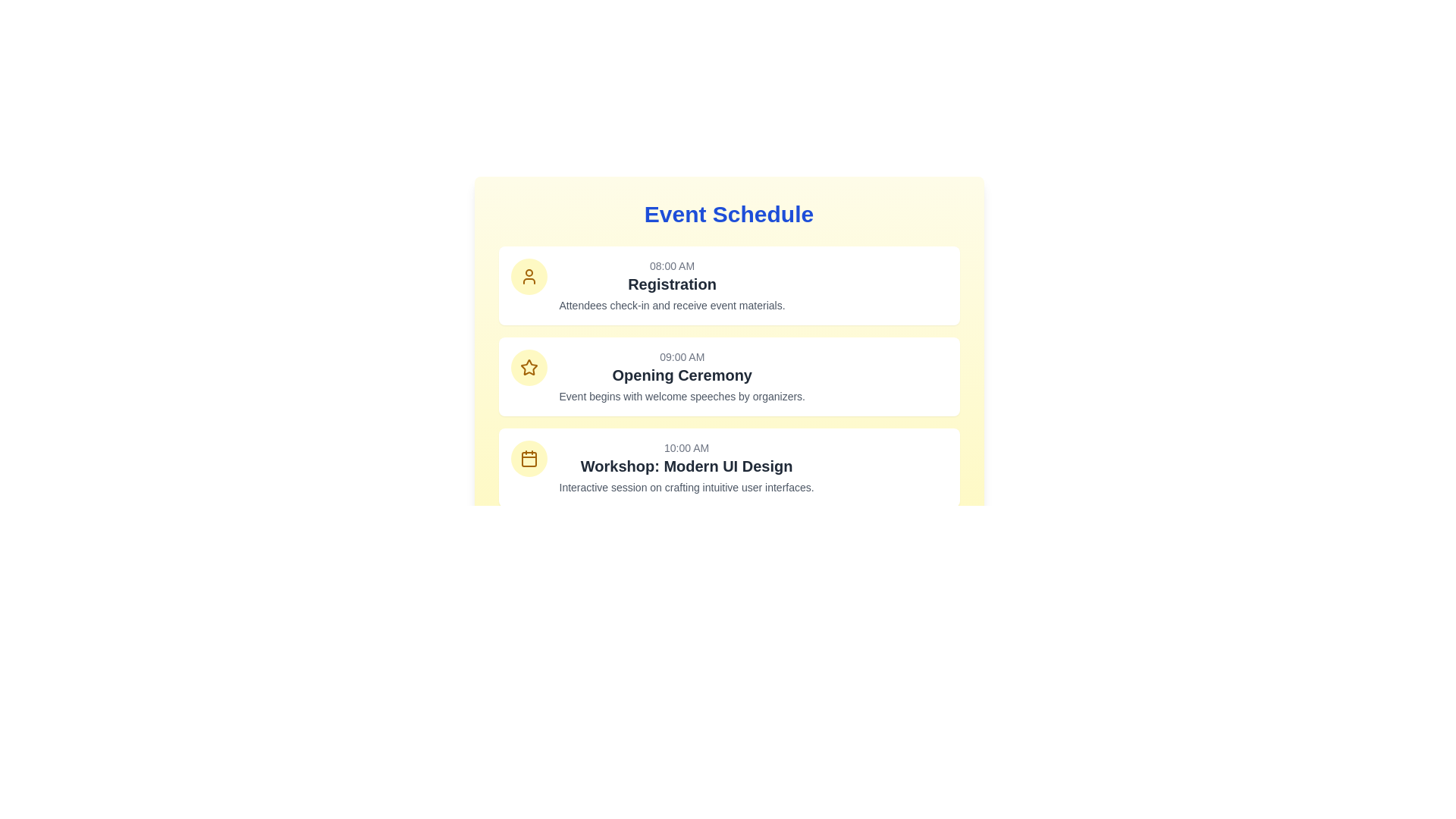  I want to click on the static text element displaying 'Workshop: Modern UI Design', which is styled in bold, large font and positioned between '10:00 AM' and the description text in the Event Schedule, so click(686, 465).